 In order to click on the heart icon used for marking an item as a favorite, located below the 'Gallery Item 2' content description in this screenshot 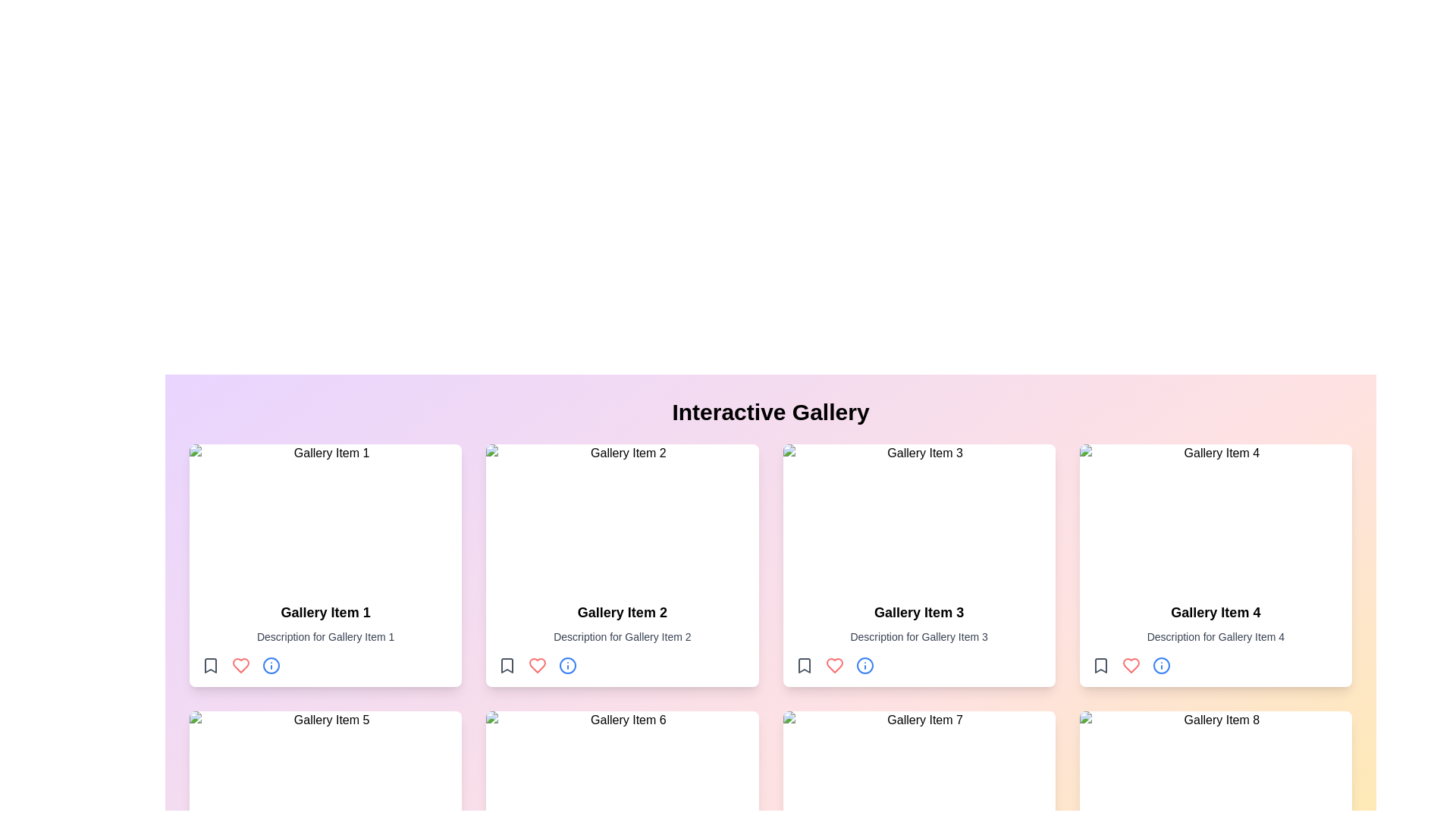, I will do `click(538, 665)`.